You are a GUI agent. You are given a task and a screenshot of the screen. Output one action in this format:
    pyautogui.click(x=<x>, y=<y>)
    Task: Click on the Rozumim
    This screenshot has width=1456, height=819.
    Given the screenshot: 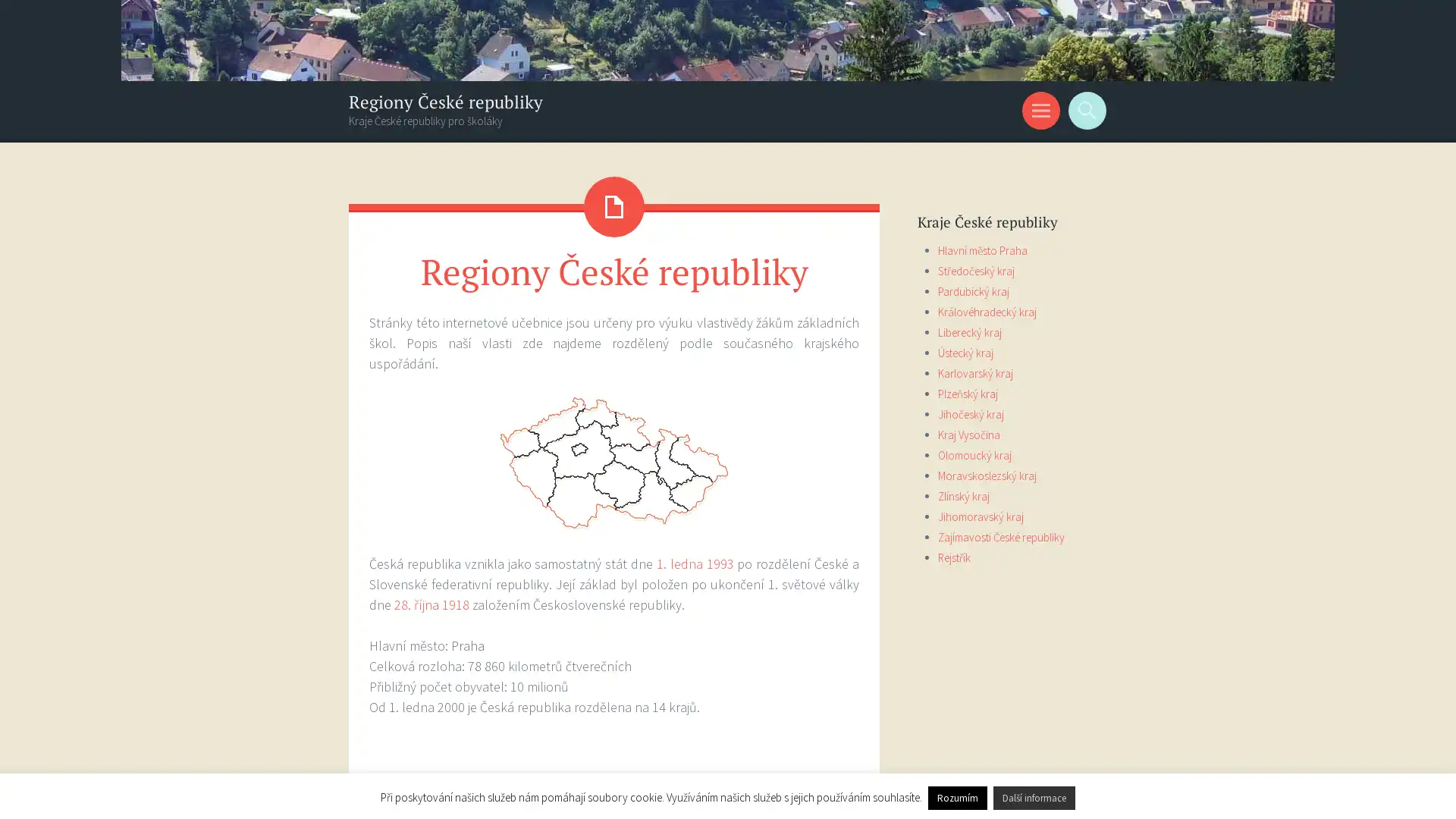 What is the action you would take?
    pyautogui.click(x=956, y=797)
    